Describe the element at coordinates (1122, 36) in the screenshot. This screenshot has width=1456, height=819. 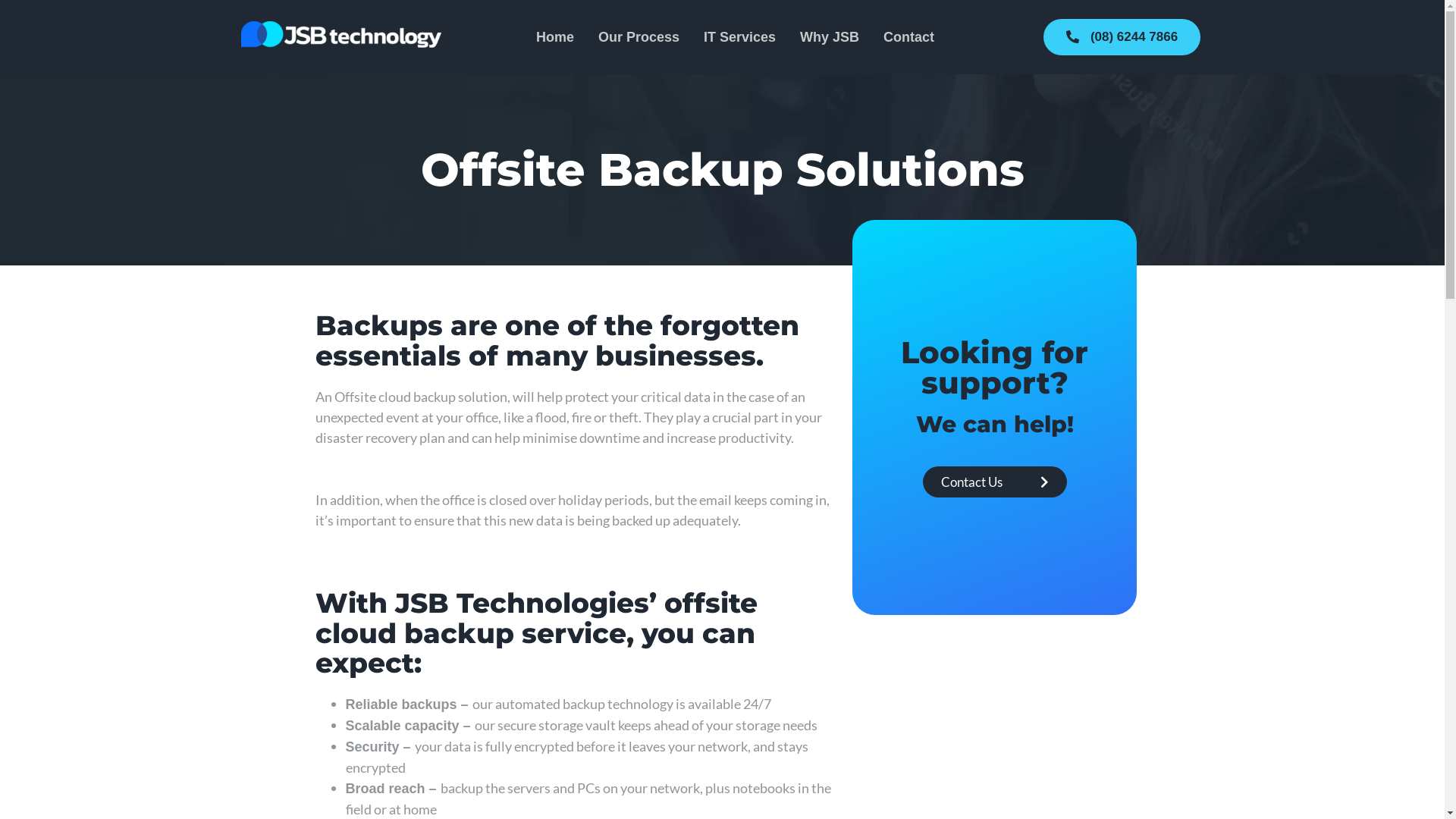
I see `'(08) 6244 7866'` at that location.